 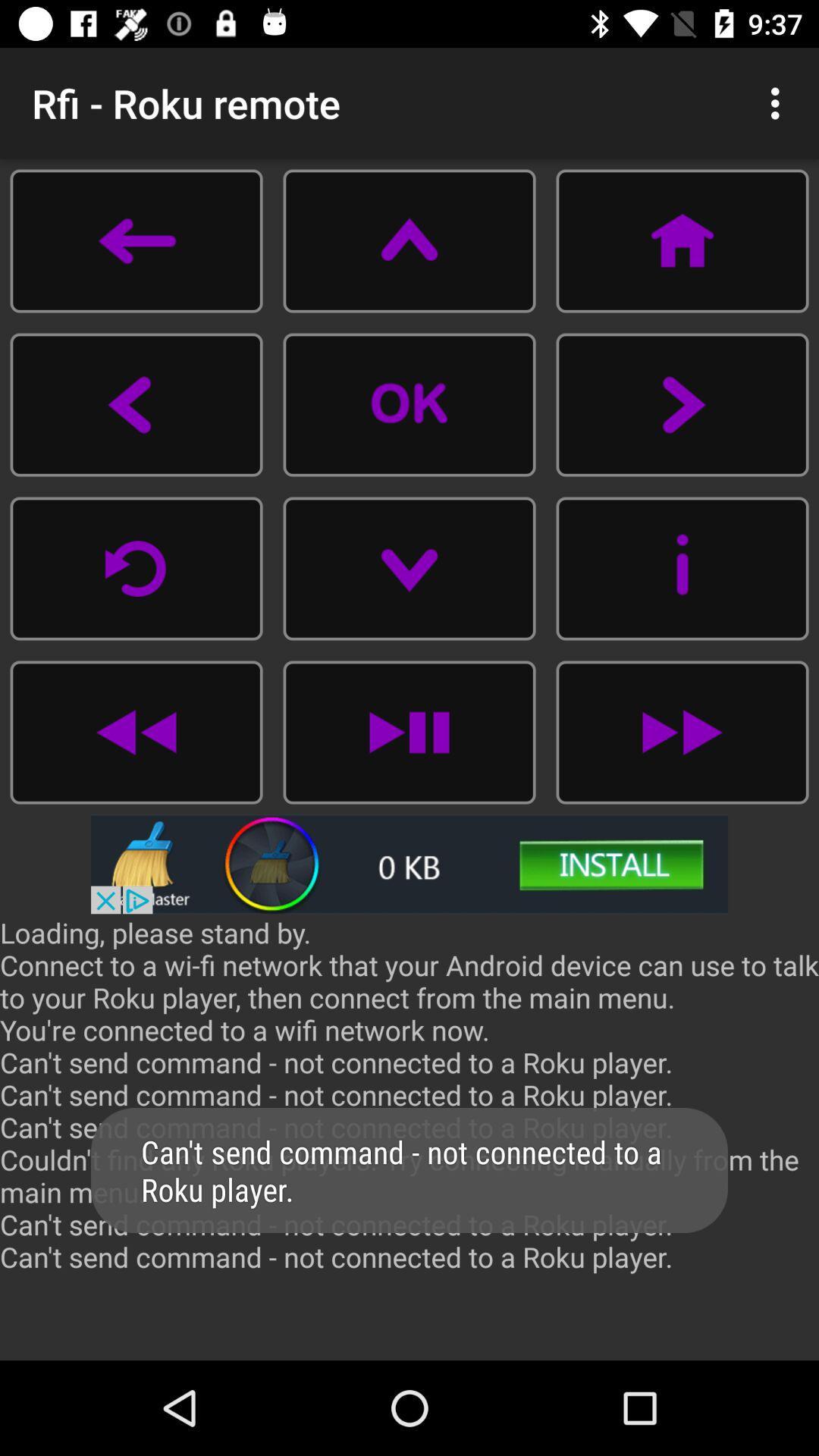 What do you see at coordinates (136, 240) in the screenshot?
I see `back` at bounding box center [136, 240].